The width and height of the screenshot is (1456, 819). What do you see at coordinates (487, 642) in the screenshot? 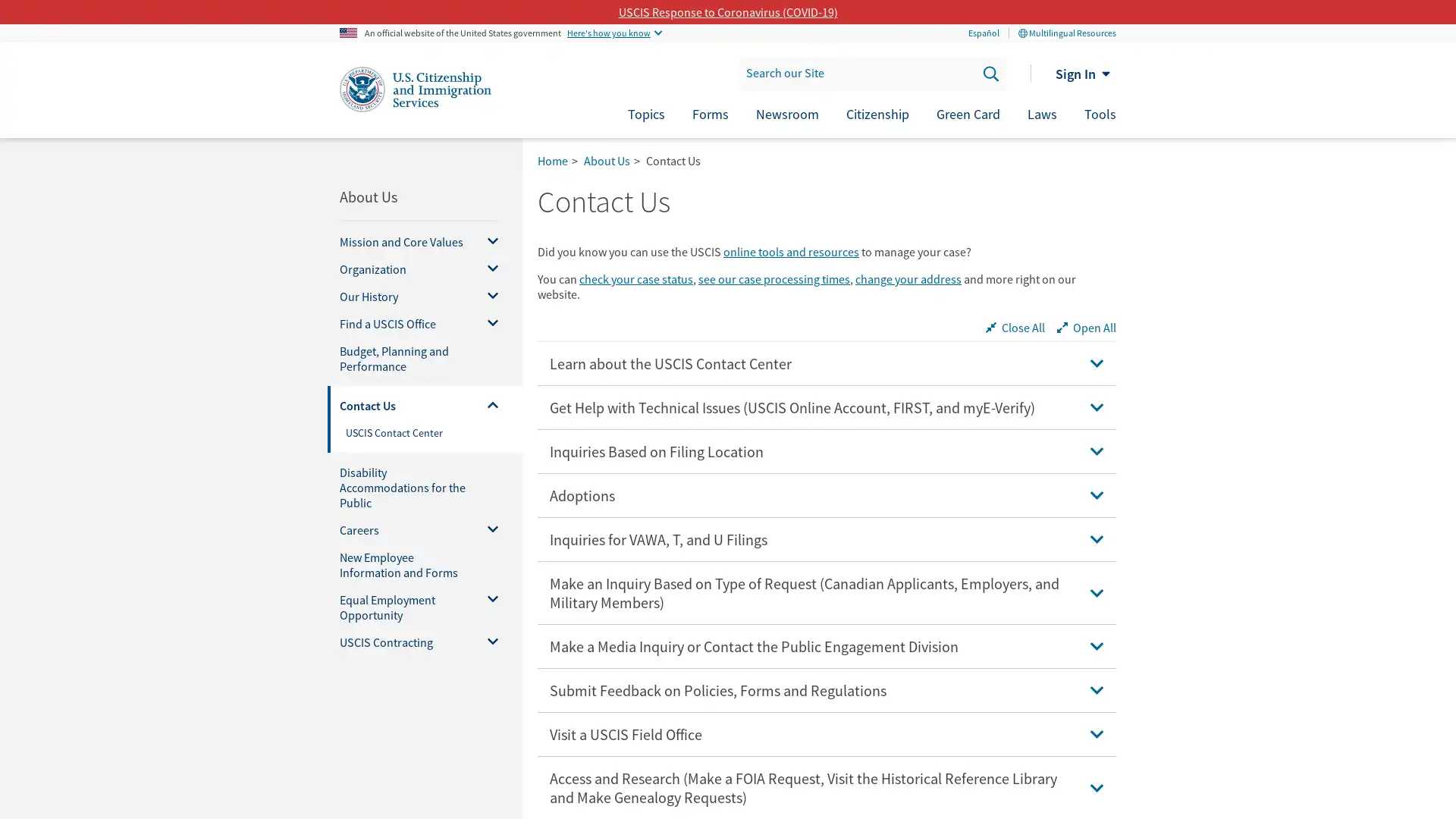
I see `Toggle menu for USCIS Contracting` at bounding box center [487, 642].